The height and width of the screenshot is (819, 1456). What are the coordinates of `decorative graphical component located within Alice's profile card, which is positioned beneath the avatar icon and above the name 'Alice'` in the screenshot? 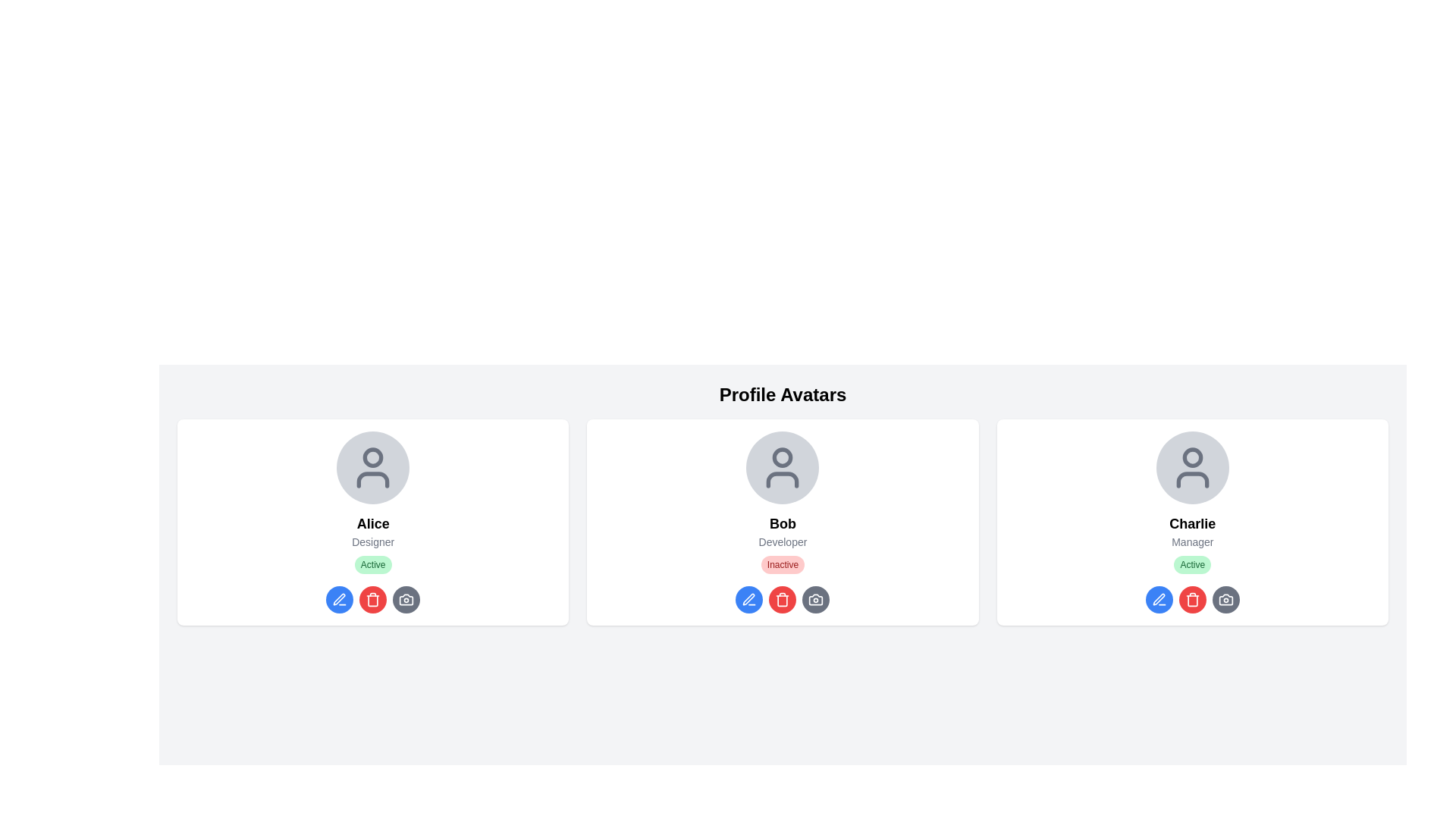 It's located at (373, 479).